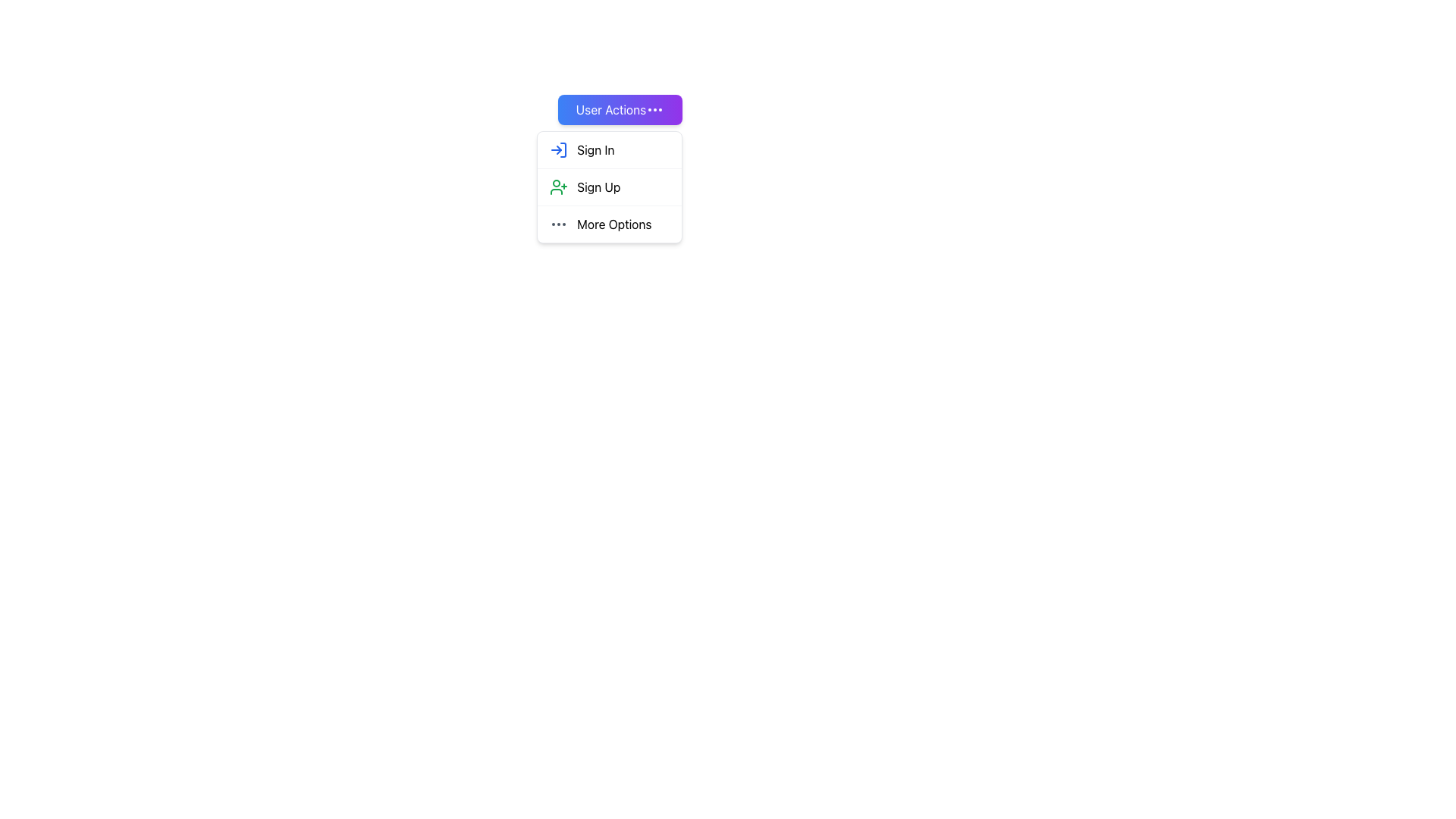 The height and width of the screenshot is (819, 1456). What do you see at coordinates (610, 186) in the screenshot?
I see `the 'Sign Up' menu item, which is the second item in the menu list located directly below the 'Sign In' option` at bounding box center [610, 186].